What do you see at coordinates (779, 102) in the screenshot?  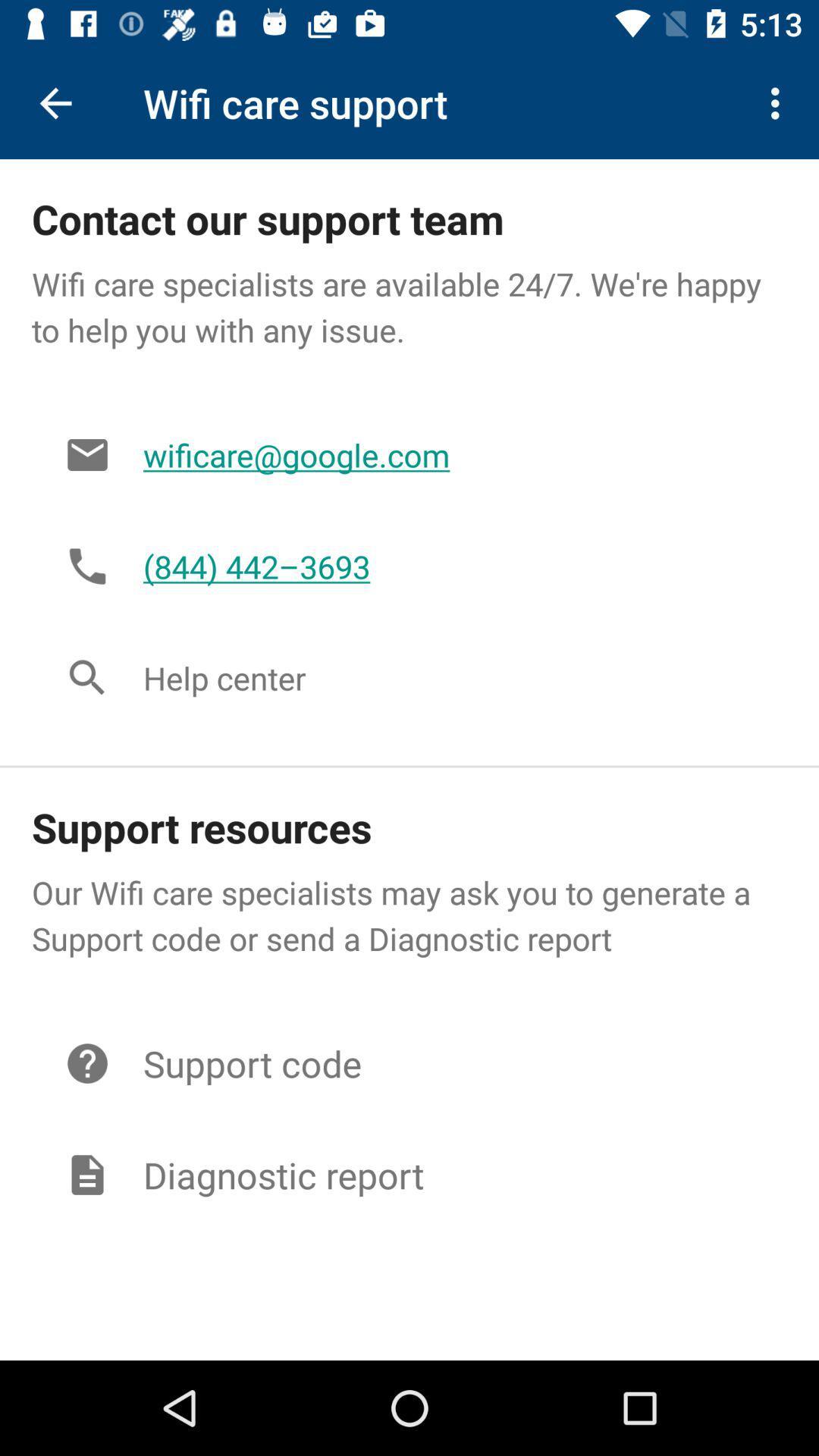 I see `the item above the wifi care specialists icon` at bounding box center [779, 102].